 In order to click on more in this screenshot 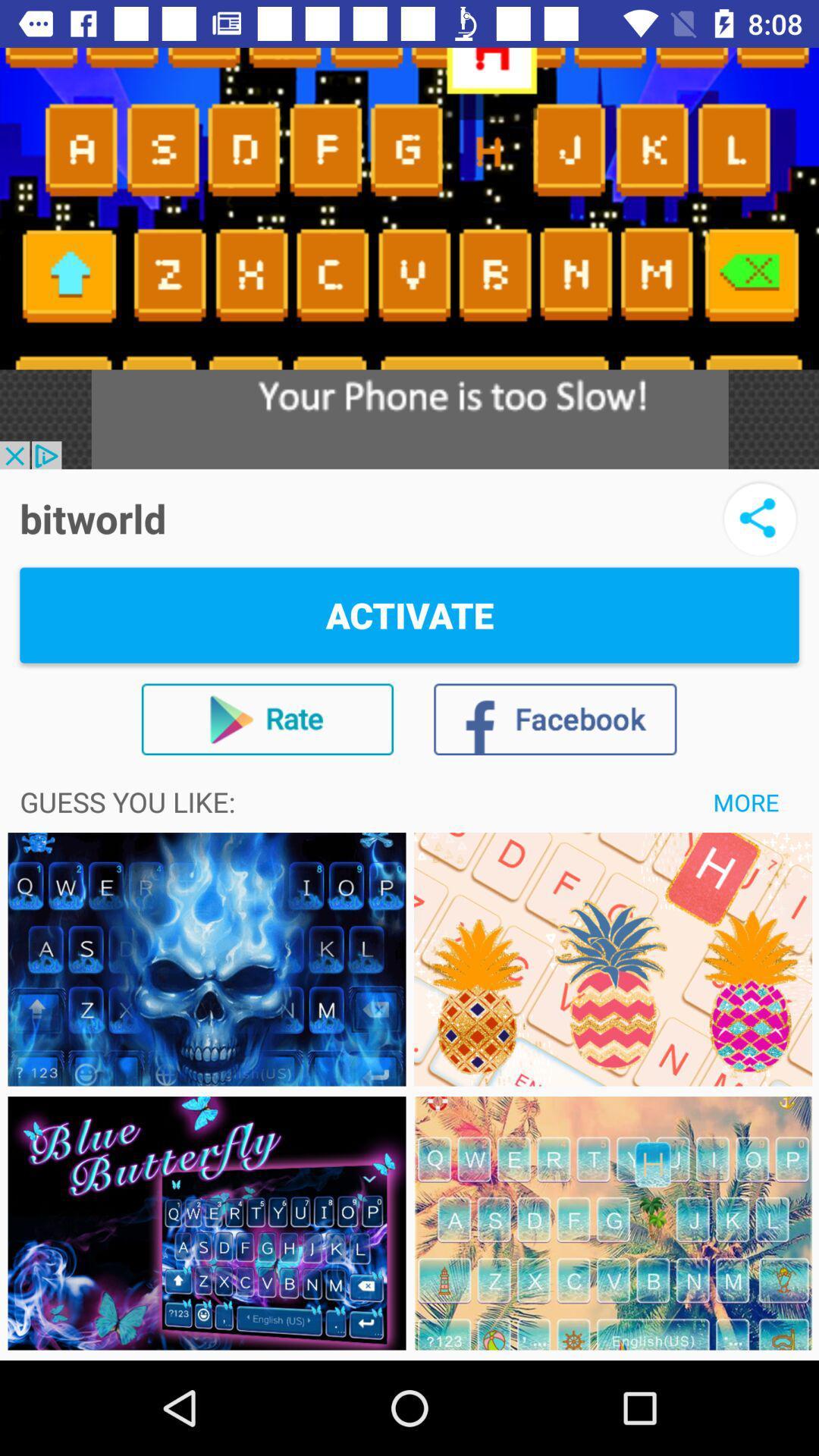, I will do `click(745, 801)`.